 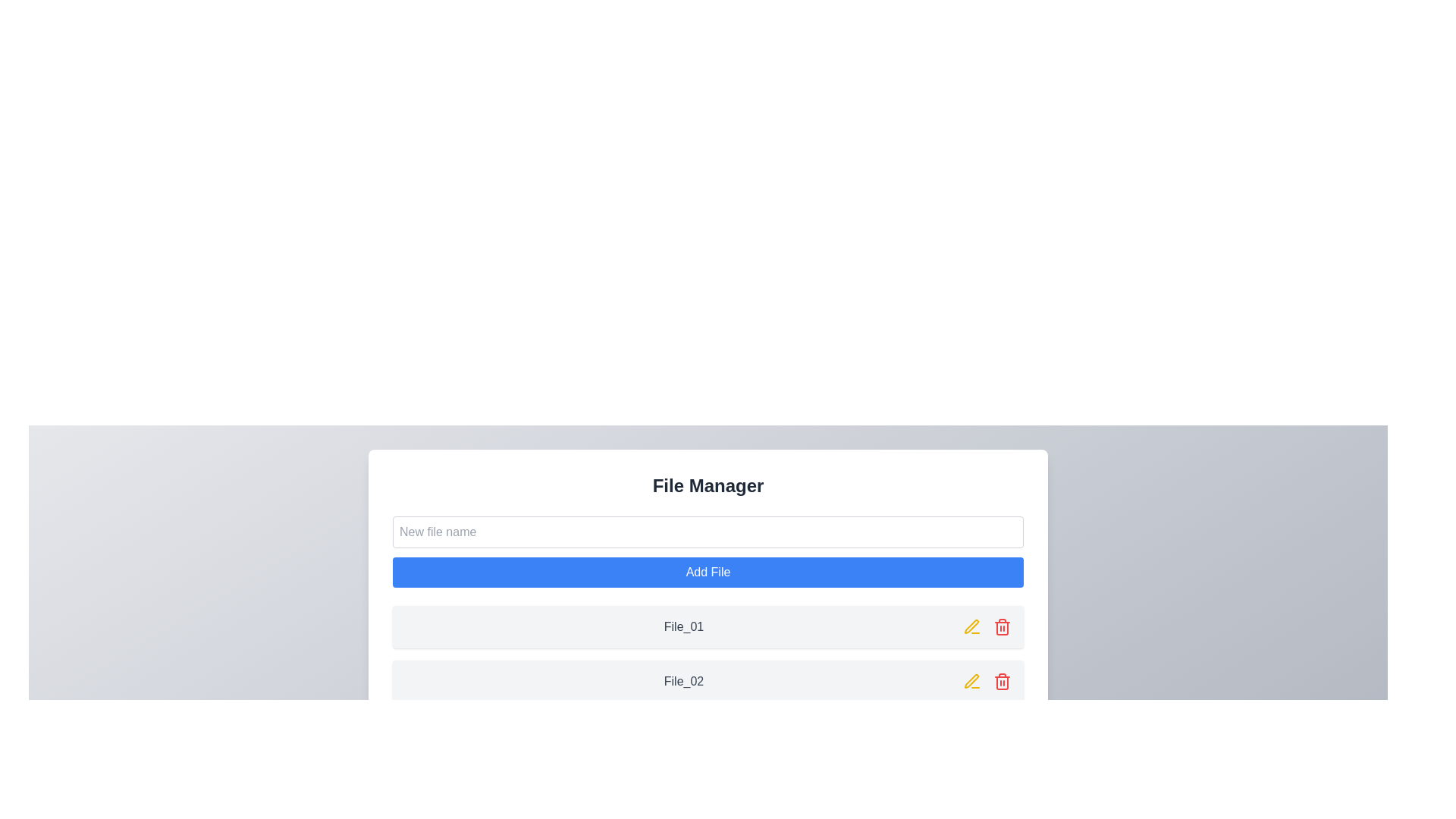 I want to click on the delete trash bin icon located on the rightmost side of the second row, so click(x=1002, y=626).